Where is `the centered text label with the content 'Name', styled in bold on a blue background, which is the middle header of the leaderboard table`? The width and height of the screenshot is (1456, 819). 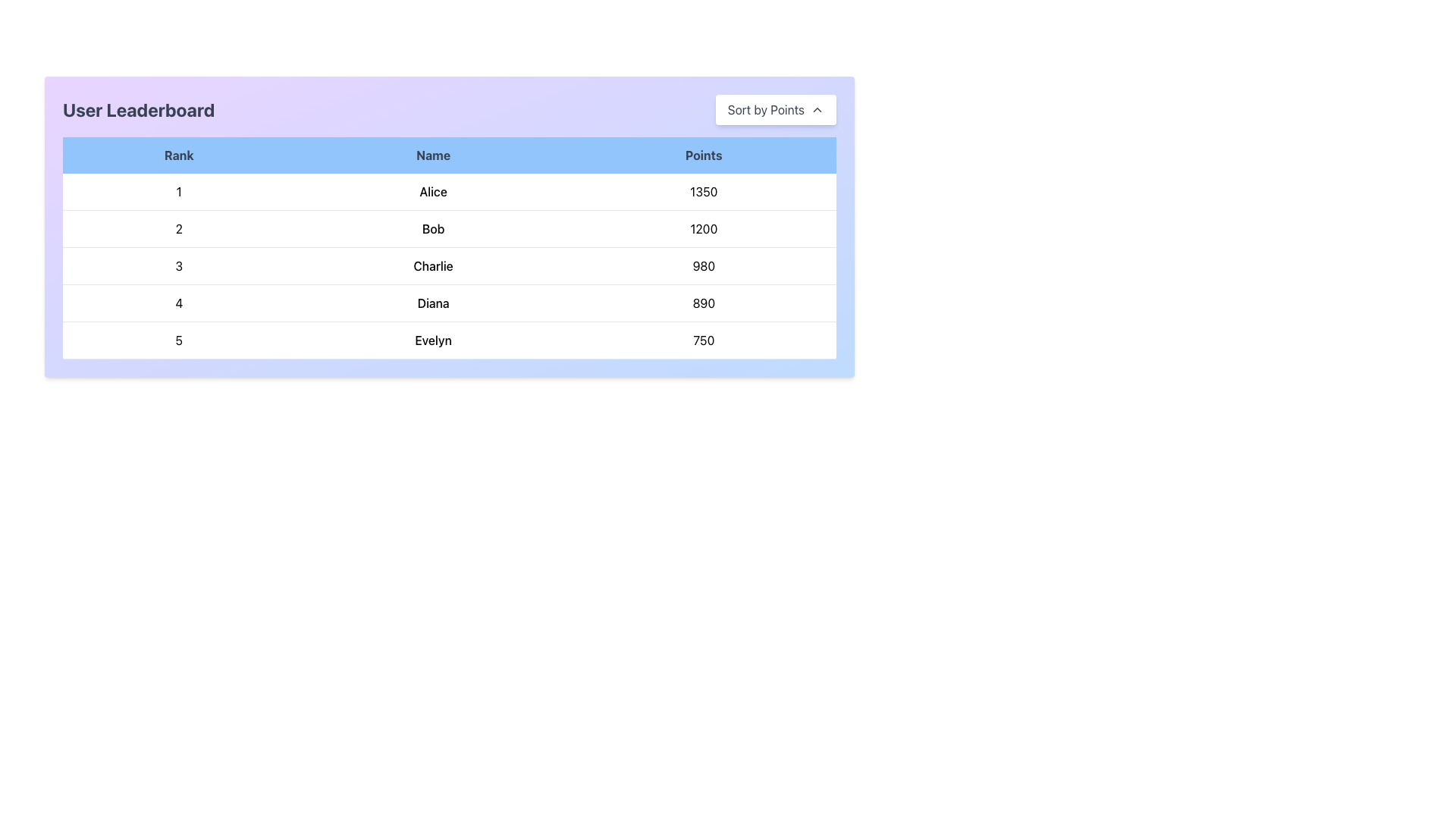 the centered text label with the content 'Name', styled in bold on a blue background, which is the middle header of the leaderboard table is located at coordinates (432, 155).